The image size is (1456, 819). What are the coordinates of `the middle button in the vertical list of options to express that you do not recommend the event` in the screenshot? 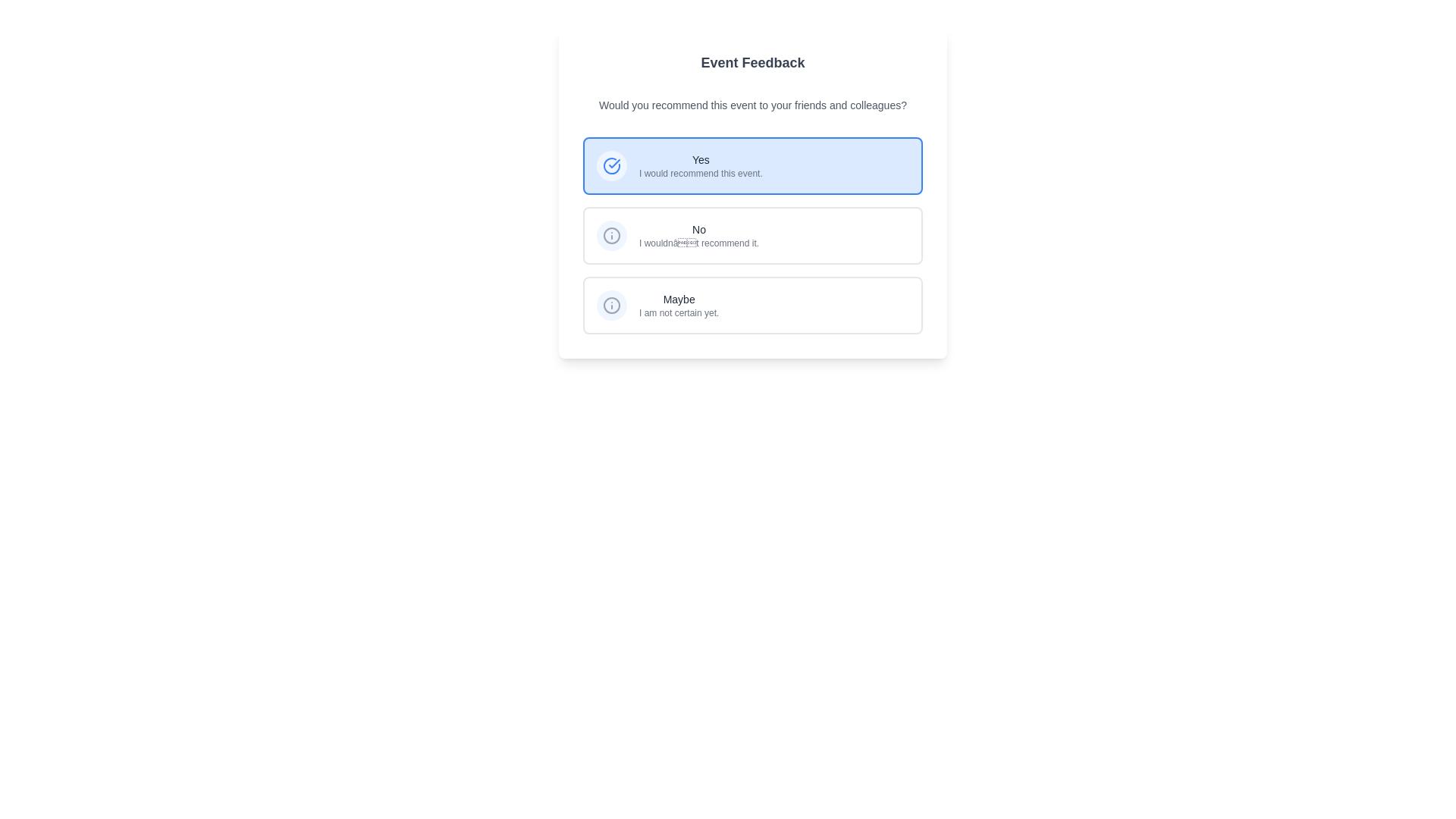 It's located at (753, 236).